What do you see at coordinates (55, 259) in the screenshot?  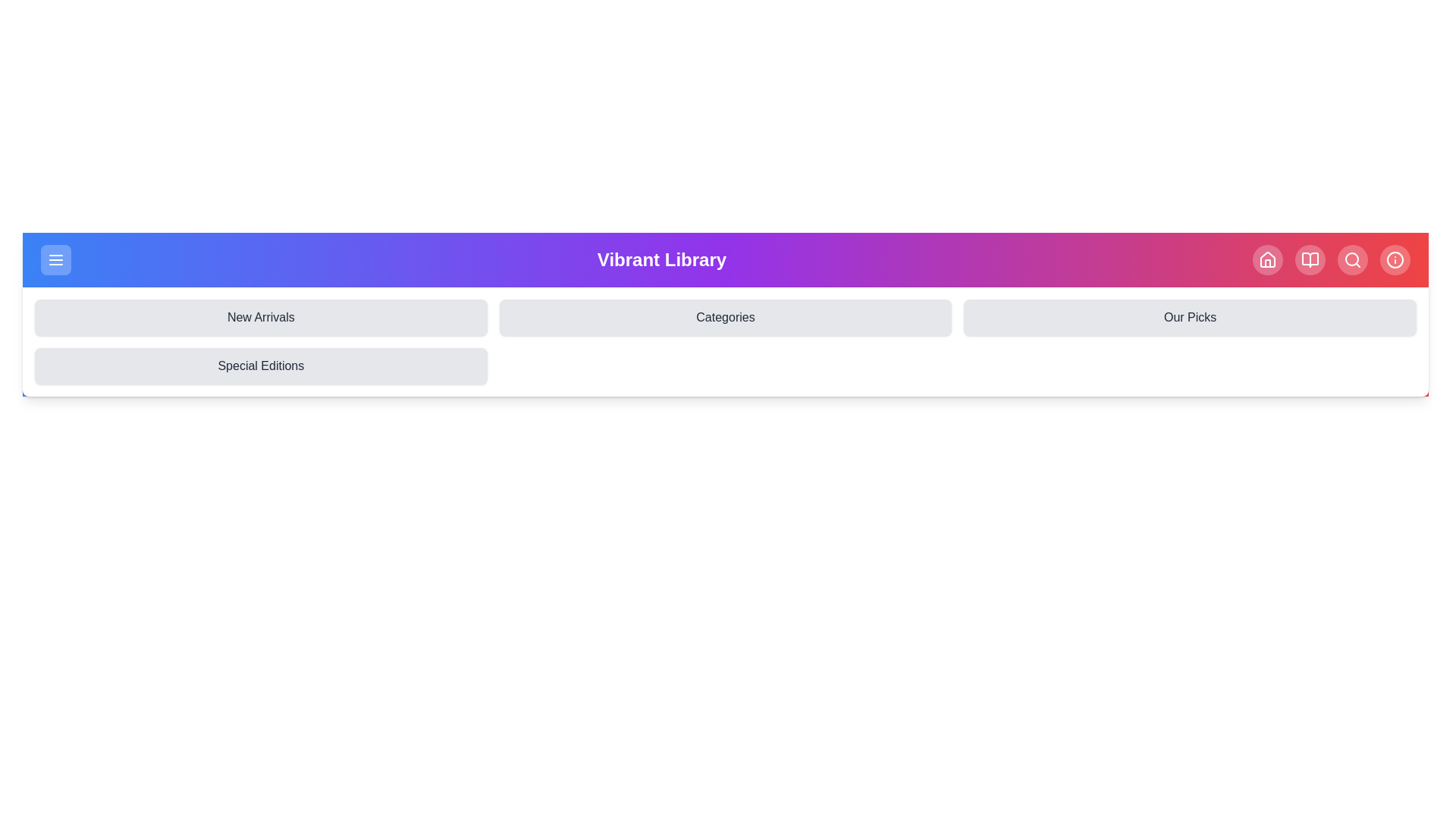 I see `the menu icon to toggle the menu visibility` at bounding box center [55, 259].